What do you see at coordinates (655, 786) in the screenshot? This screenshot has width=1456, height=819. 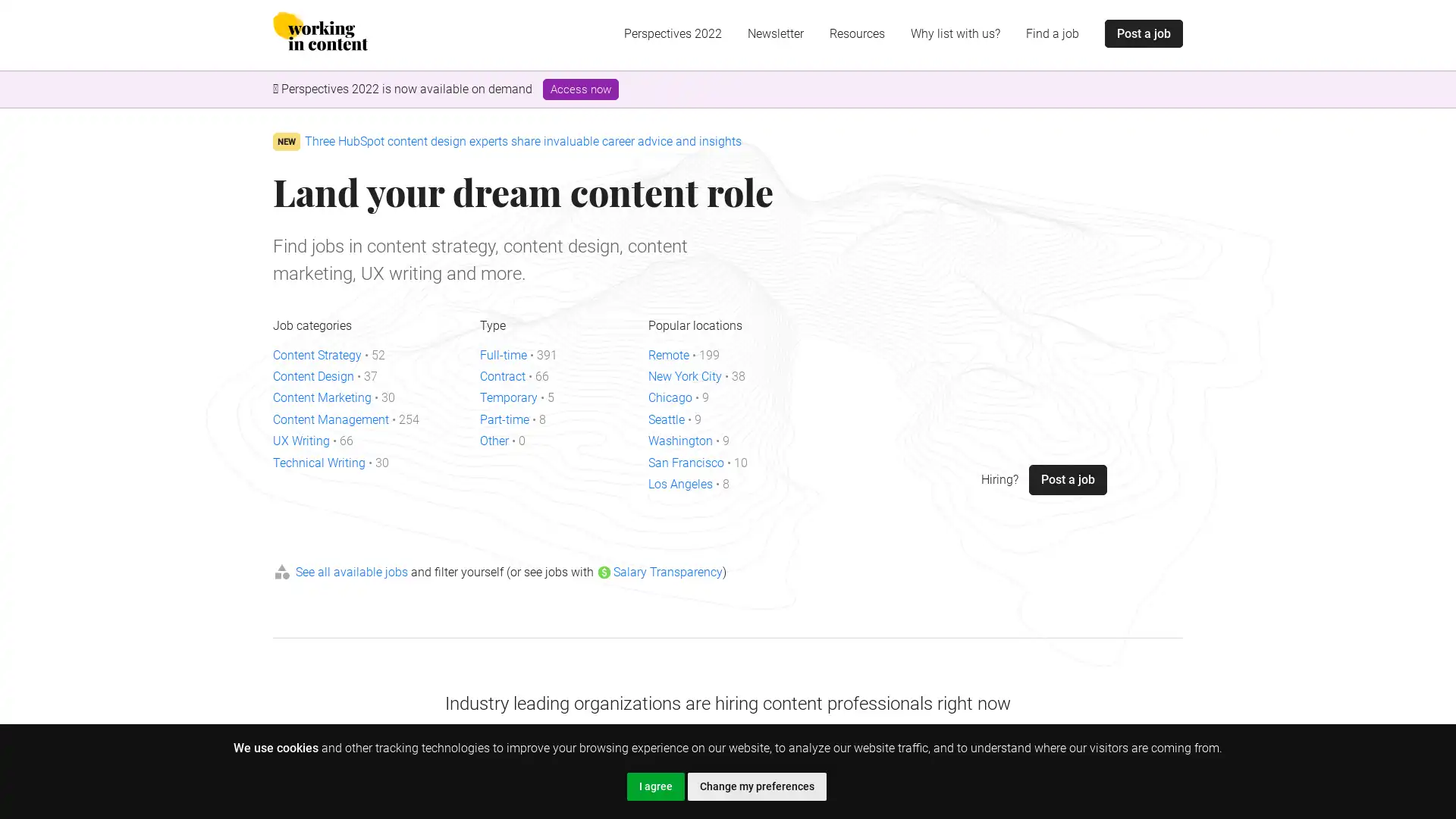 I see `I agree` at bounding box center [655, 786].